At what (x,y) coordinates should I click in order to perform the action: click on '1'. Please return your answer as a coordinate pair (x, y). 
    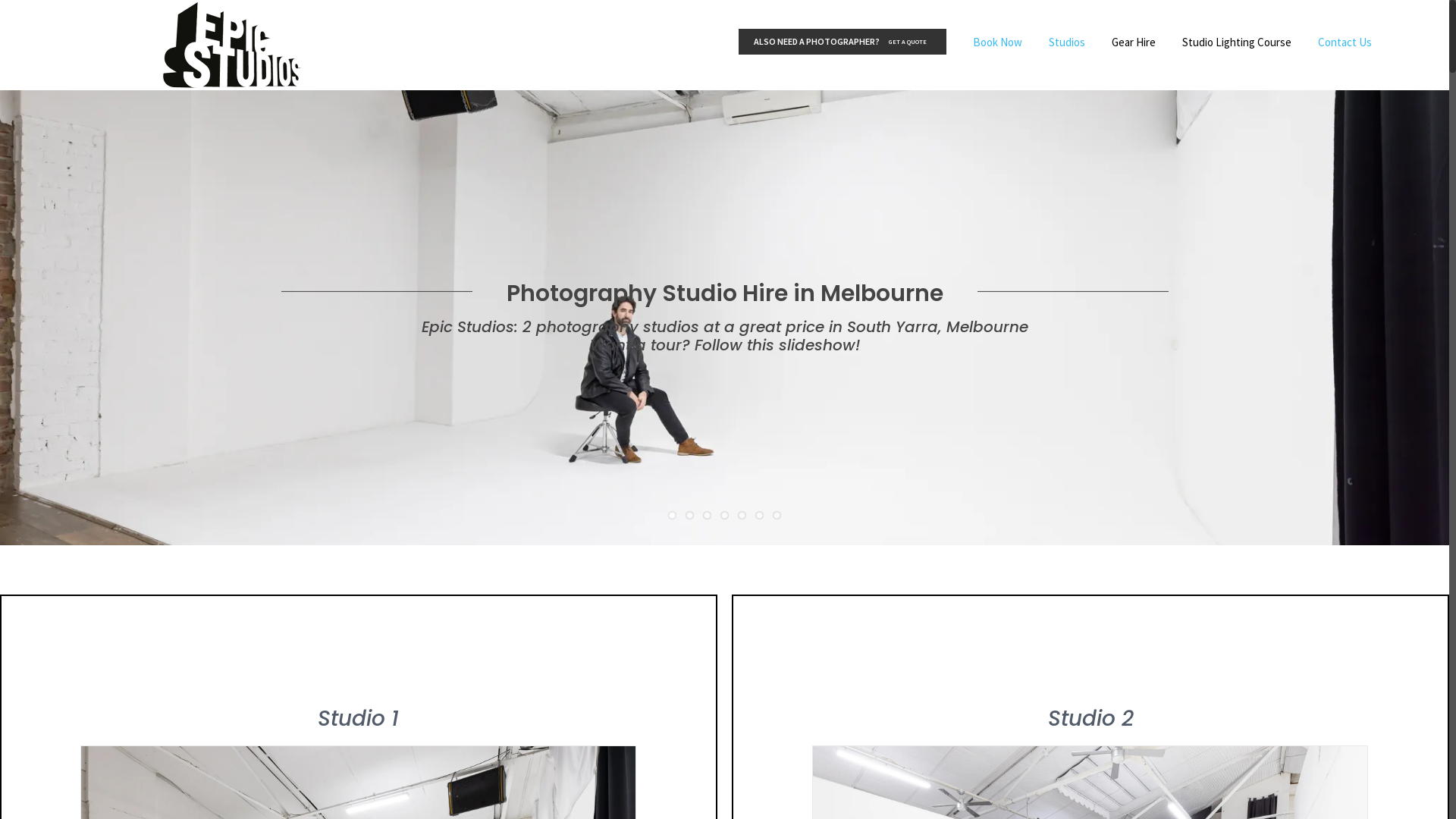
    Looking at the image, I should click on (667, 514).